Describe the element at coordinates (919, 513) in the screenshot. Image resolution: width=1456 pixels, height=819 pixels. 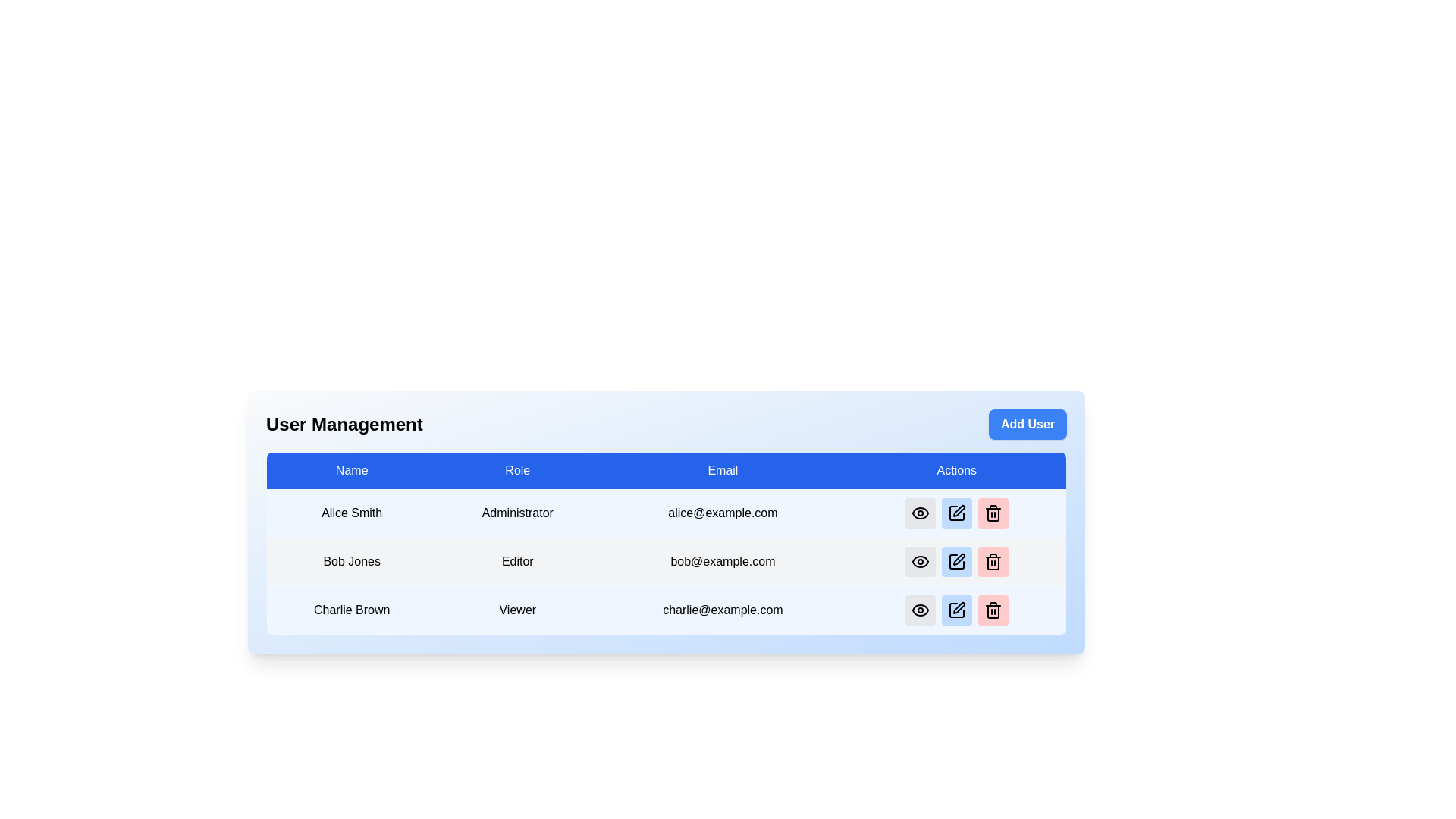
I see `the view button icon for the first user, Alice Smith, in the Actions column of the user management table` at that location.